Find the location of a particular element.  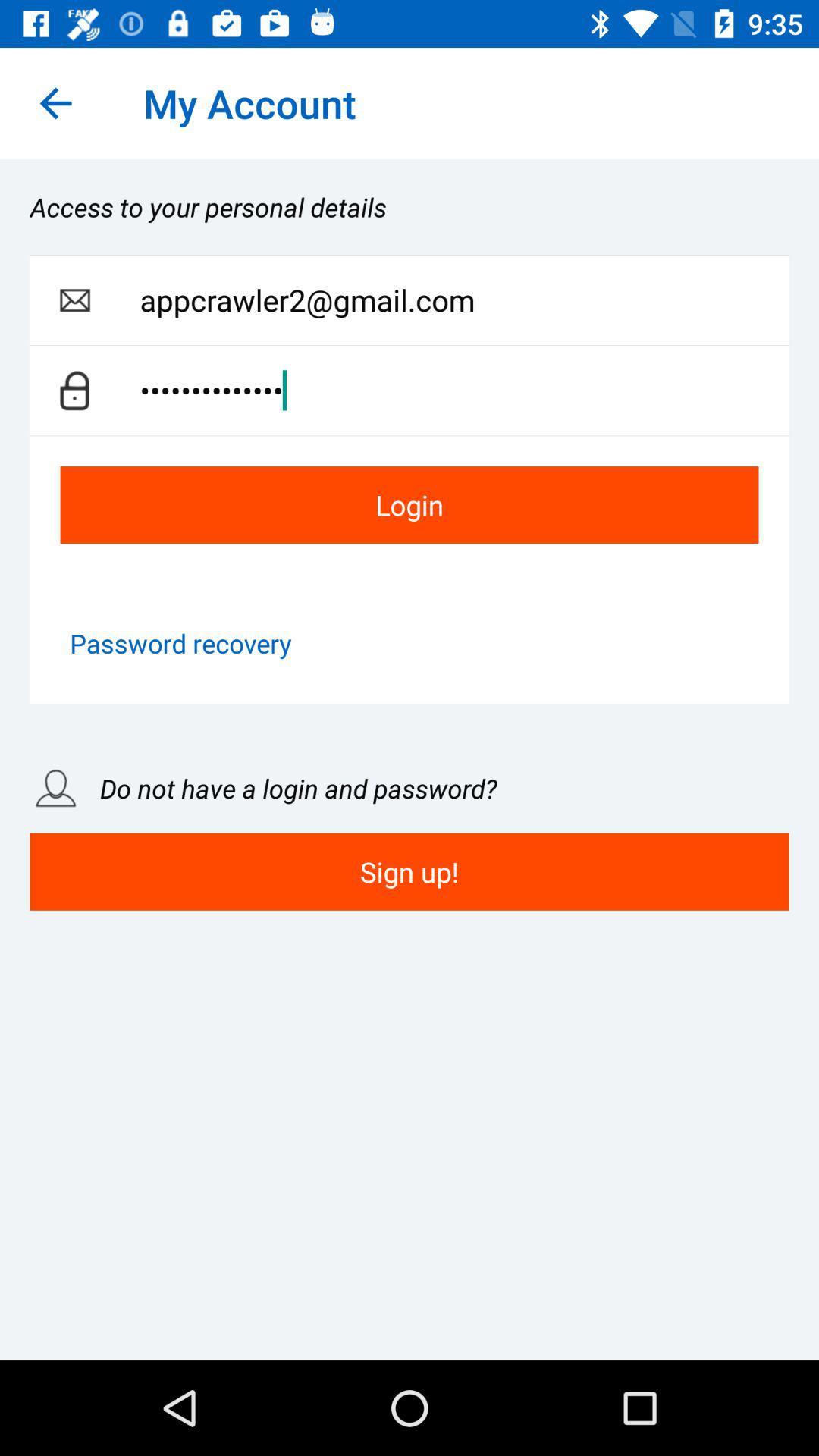

app to the left of the my account item is located at coordinates (55, 102).